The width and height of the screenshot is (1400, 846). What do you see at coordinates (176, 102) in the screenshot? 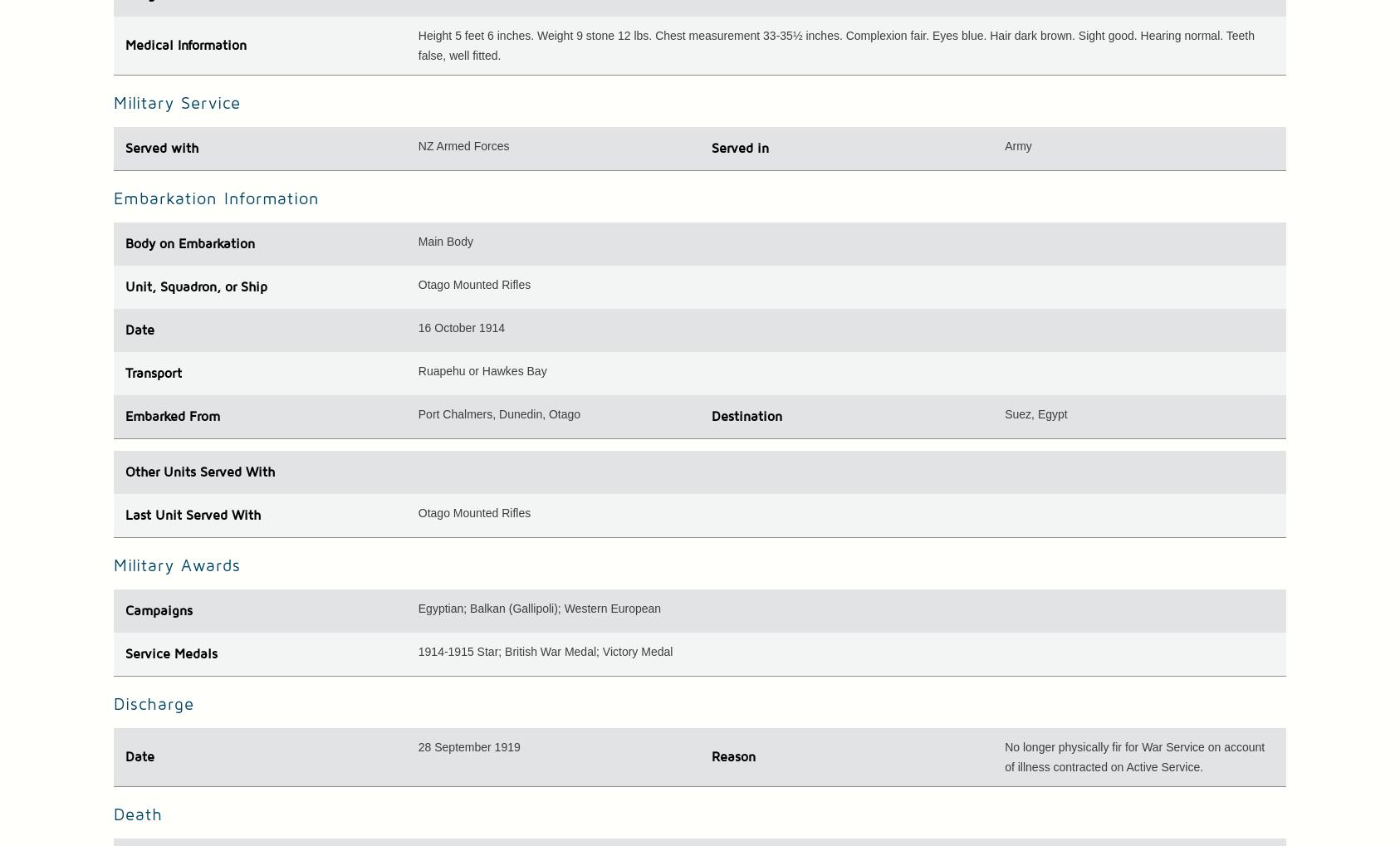
I see `'Military Service'` at bounding box center [176, 102].